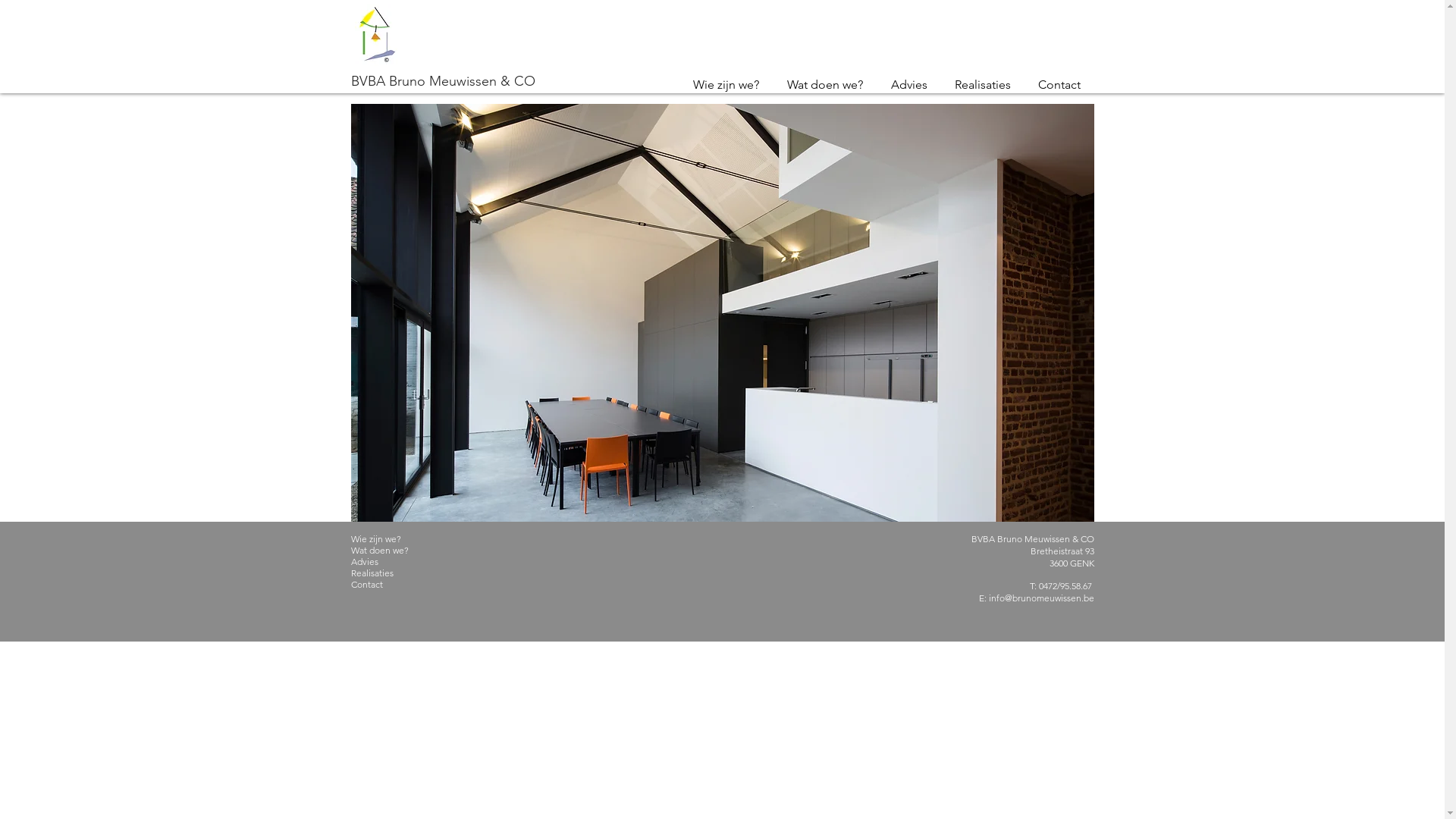 Image resolution: width=1456 pixels, height=819 pixels. Describe the element at coordinates (400, 561) in the screenshot. I see `'Advies'` at that location.